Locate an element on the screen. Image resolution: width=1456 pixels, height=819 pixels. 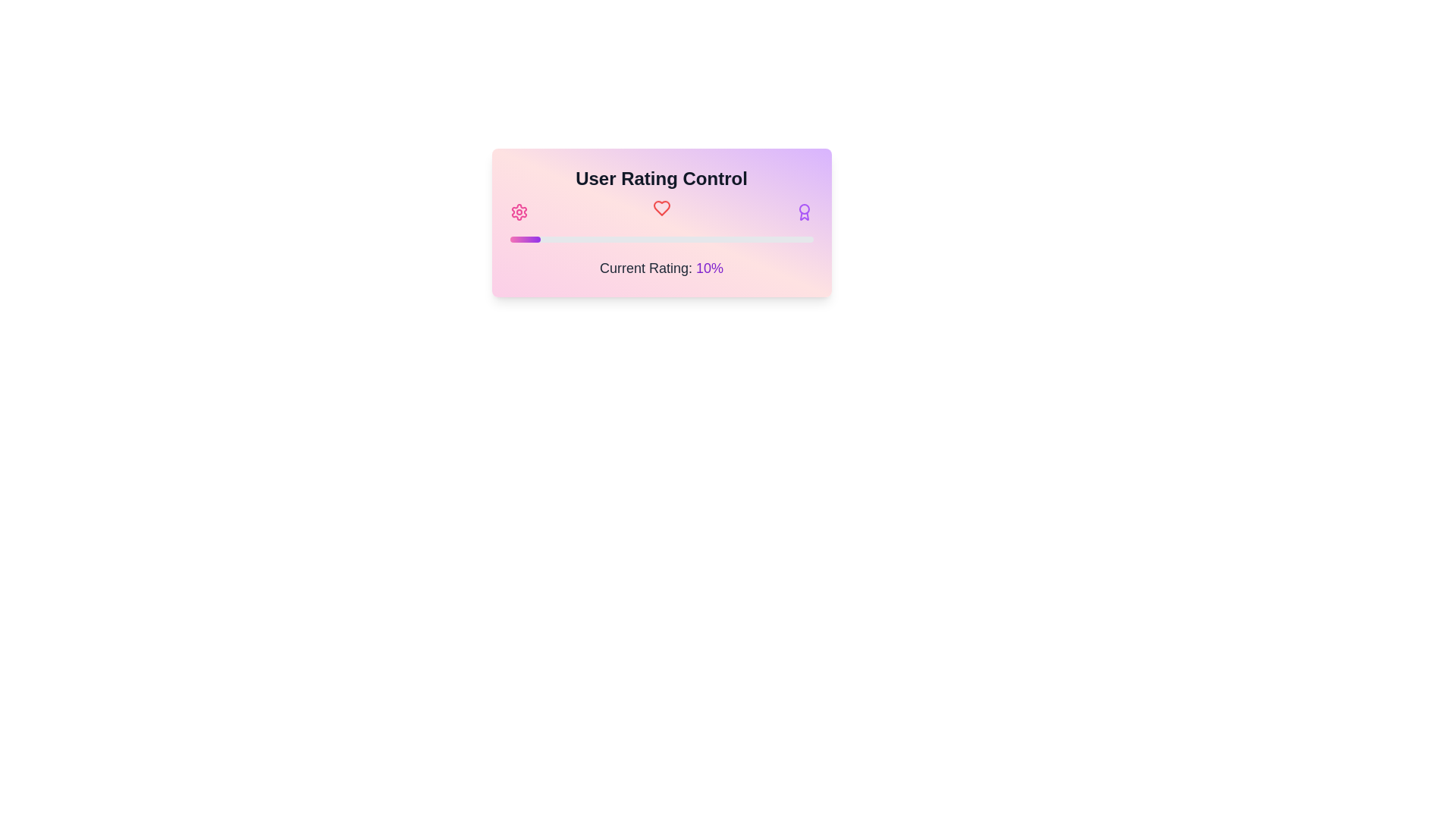
the cogwheel icon representing settings, located at the top-left corner of the 'User Rating Control' section is located at coordinates (519, 212).